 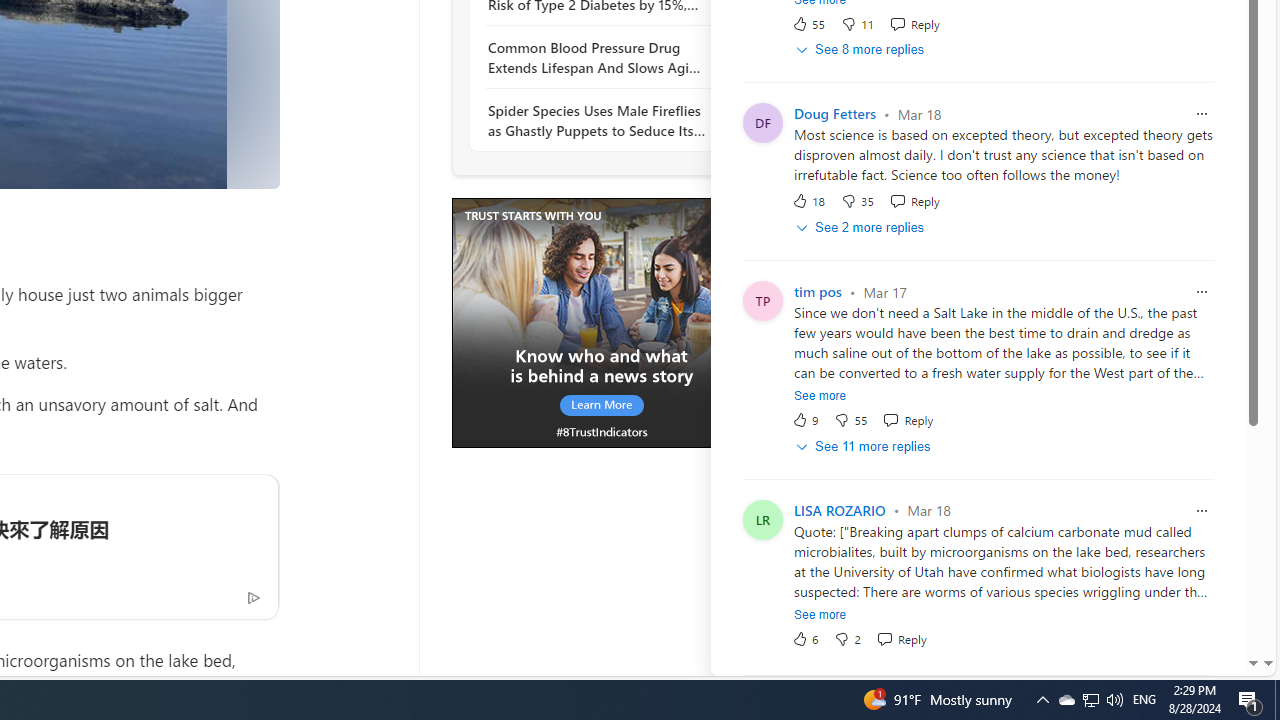 I want to click on 'See 8 more replies', so click(x=862, y=49).